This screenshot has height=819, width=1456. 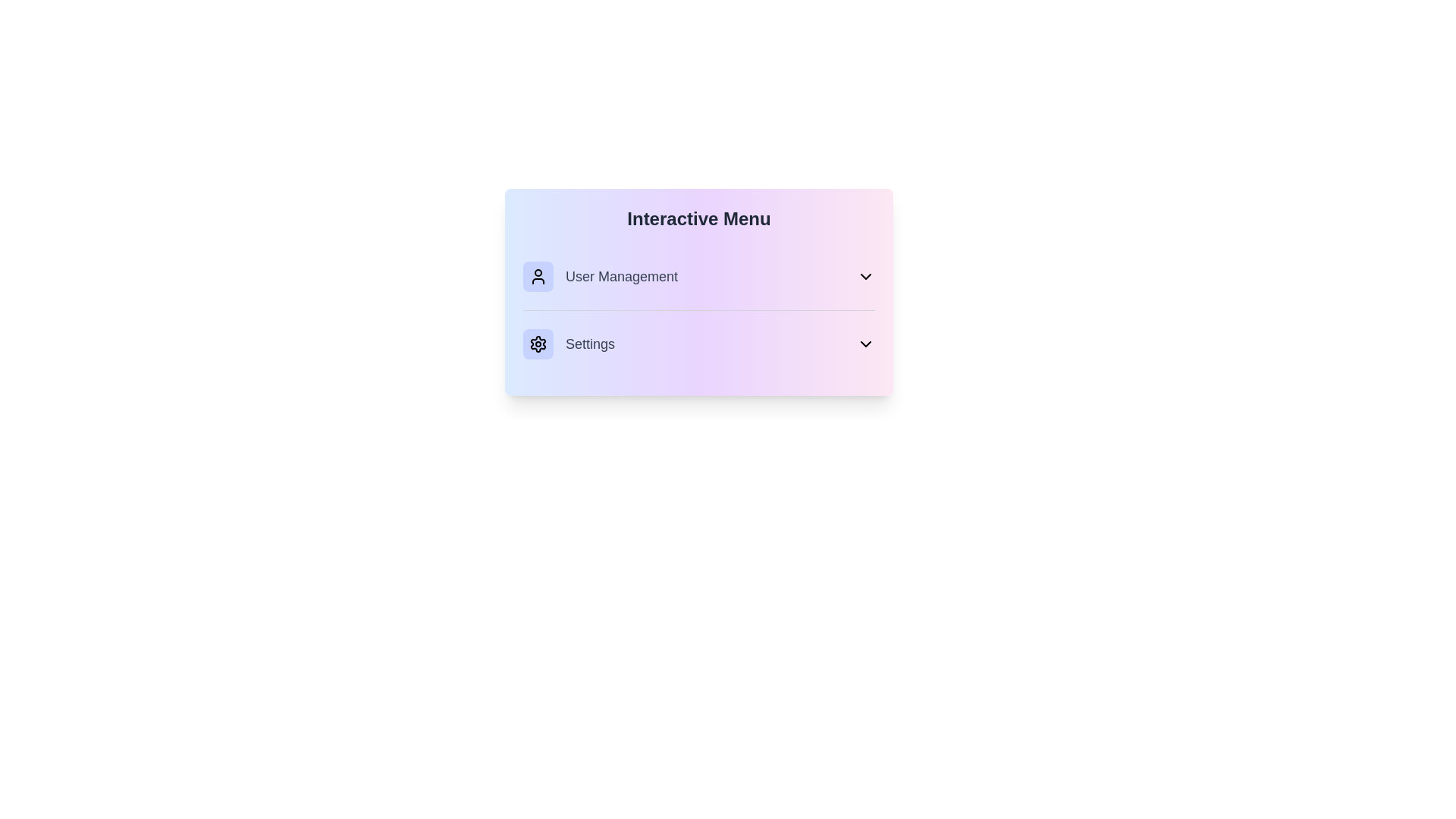 I want to click on the icon of the menu item User Management, so click(x=538, y=277).